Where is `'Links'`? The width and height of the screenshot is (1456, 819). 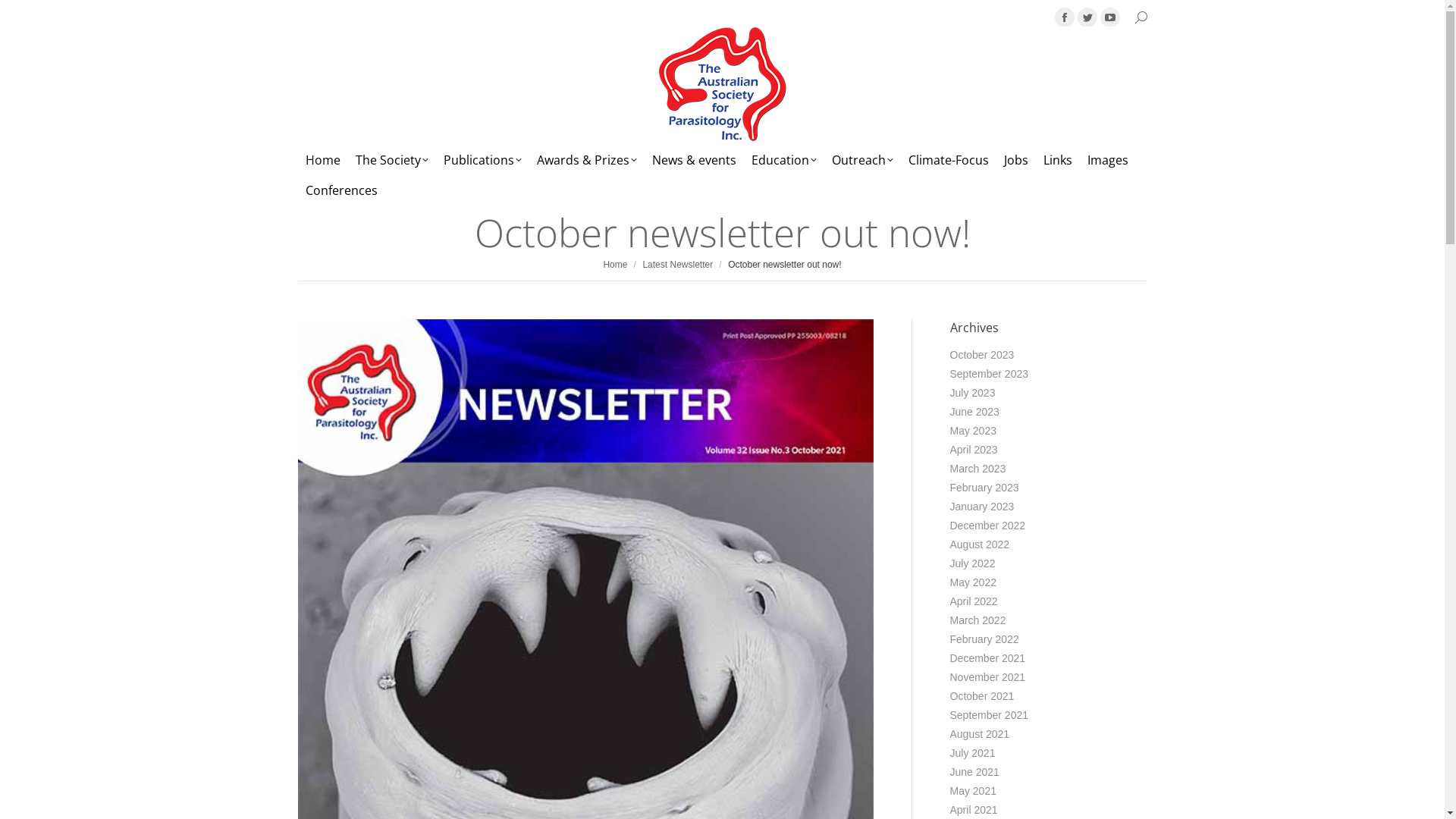
'Links' is located at coordinates (1057, 160).